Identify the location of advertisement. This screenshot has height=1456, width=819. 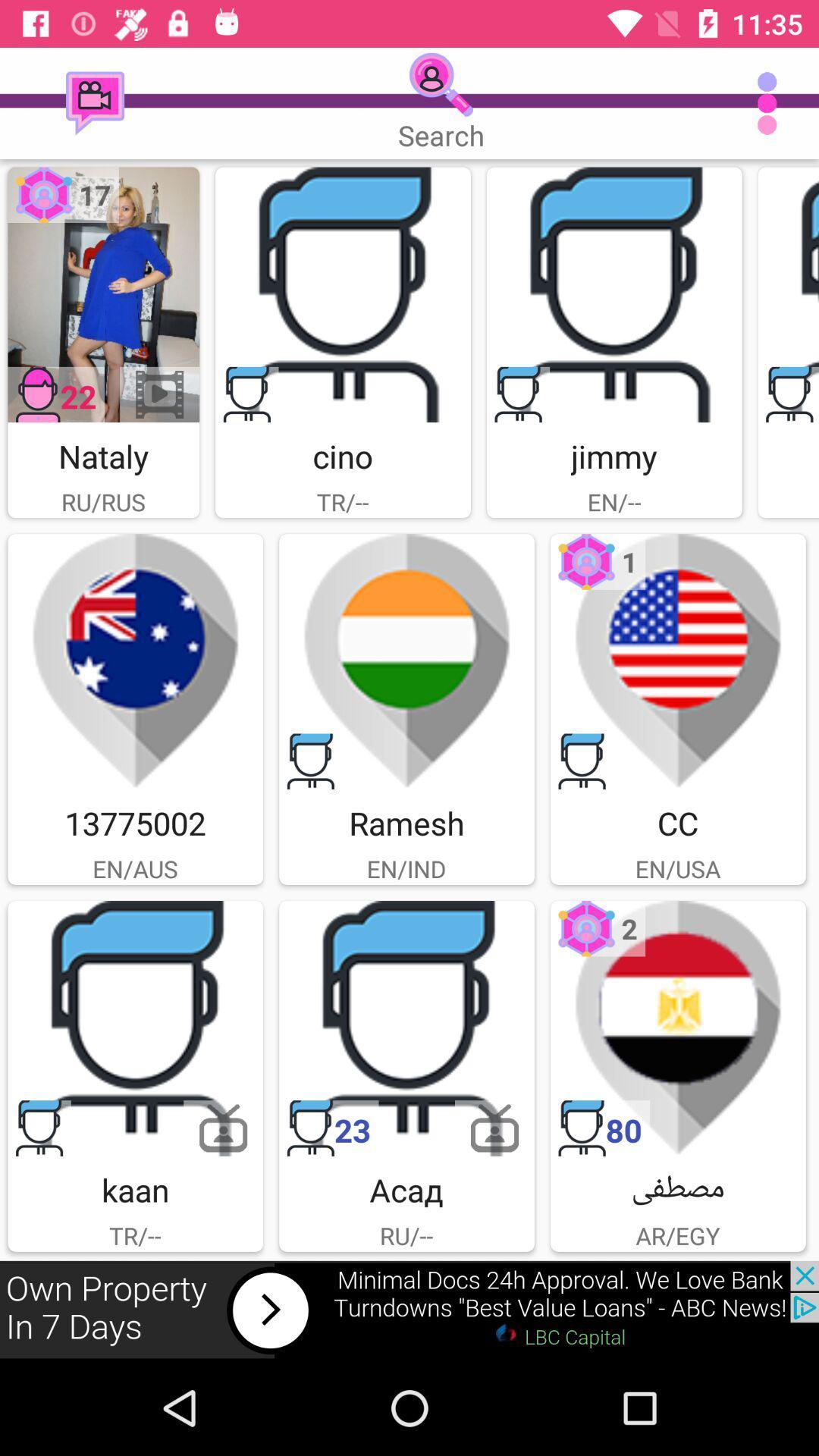
(409, 1310).